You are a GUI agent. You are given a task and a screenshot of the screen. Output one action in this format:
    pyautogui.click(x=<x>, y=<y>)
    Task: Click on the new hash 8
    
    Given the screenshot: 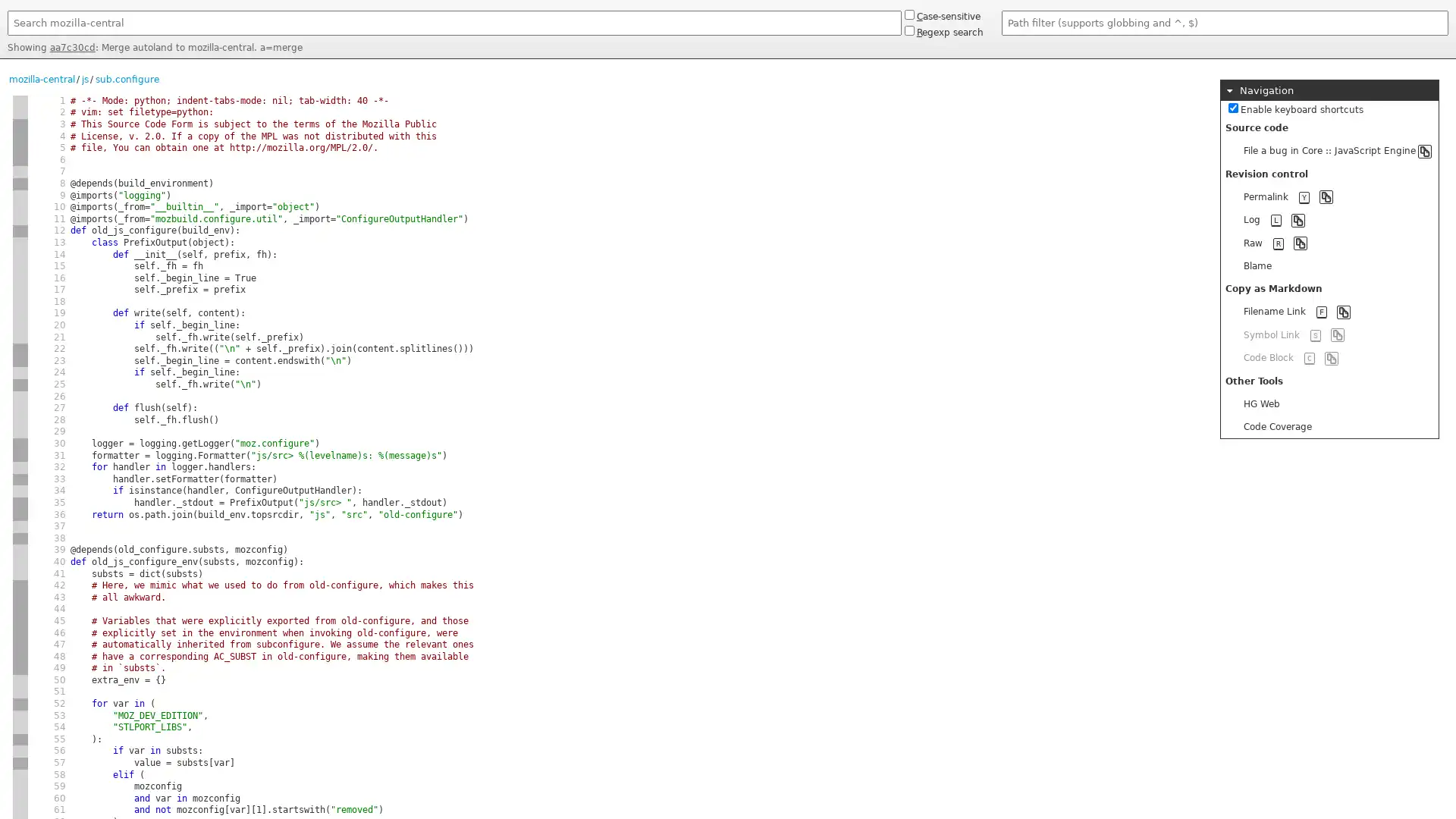 What is the action you would take?
    pyautogui.click(x=20, y=704)
    